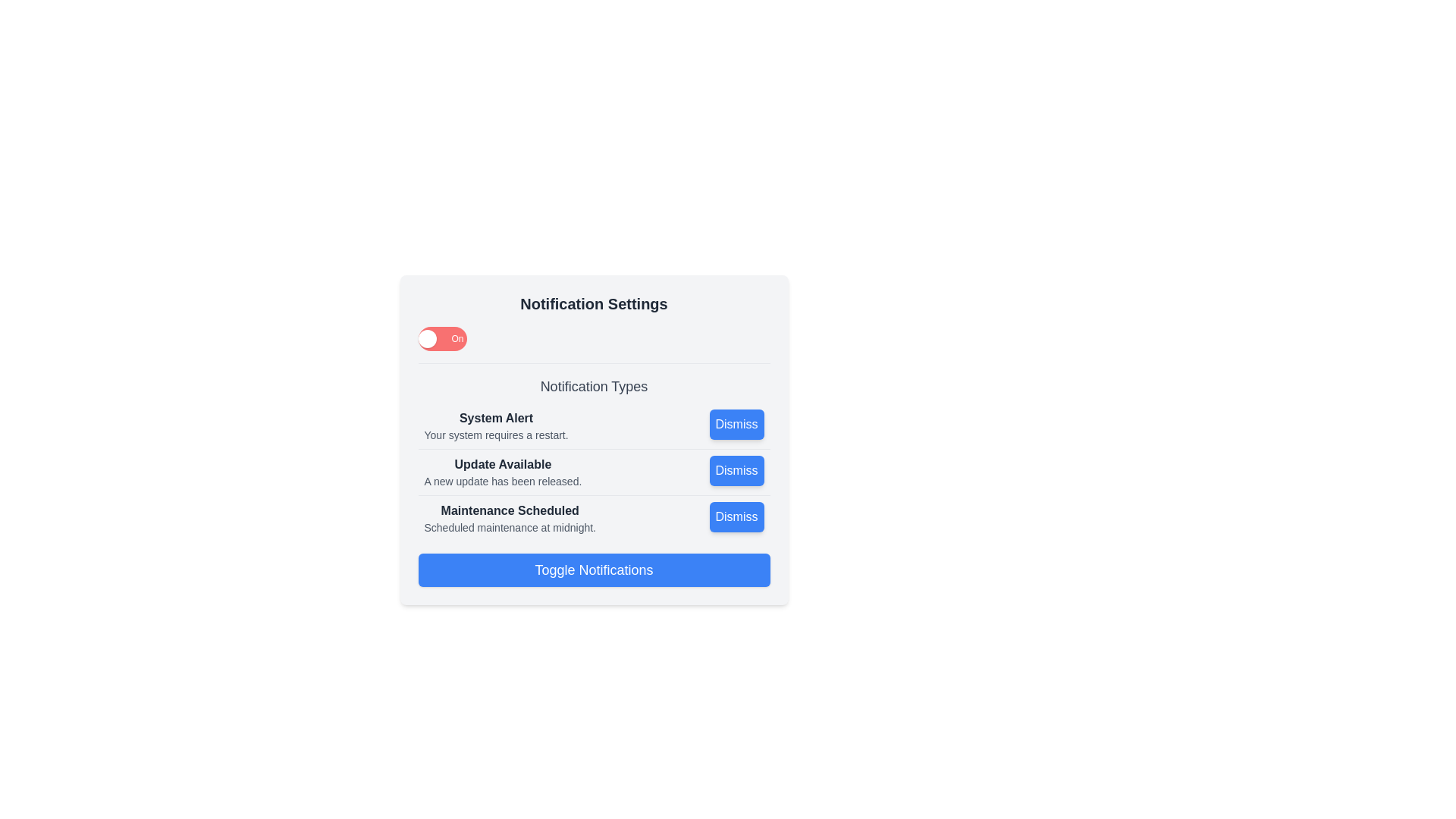  Describe the element at coordinates (441, 338) in the screenshot. I see `the toggle switch for notifications located beneath the 'Notification Settings' title to receive additional visual feedback` at that location.